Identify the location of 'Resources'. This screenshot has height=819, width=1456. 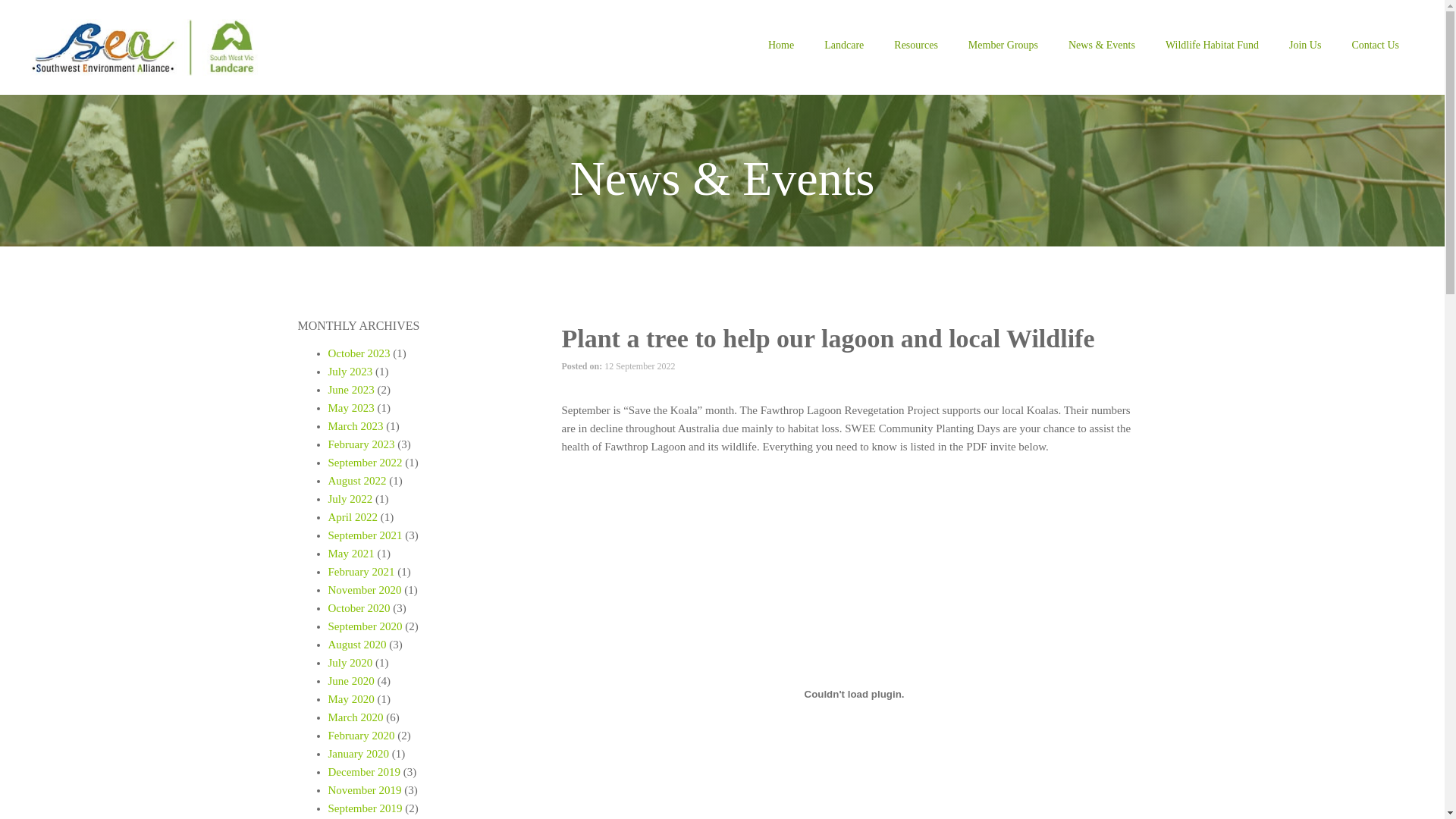
(915, 46).